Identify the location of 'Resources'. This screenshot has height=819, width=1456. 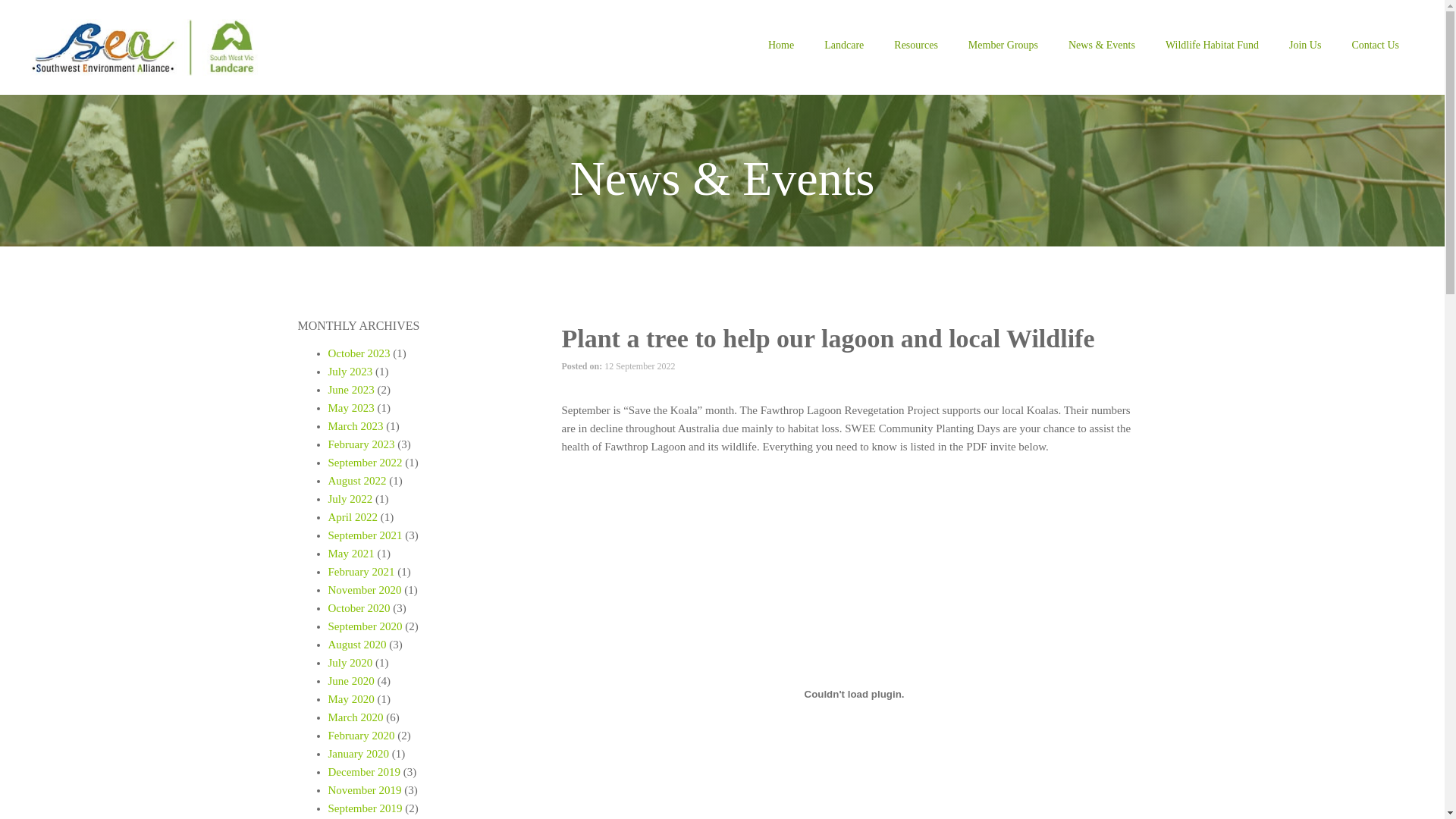
(915, 46).